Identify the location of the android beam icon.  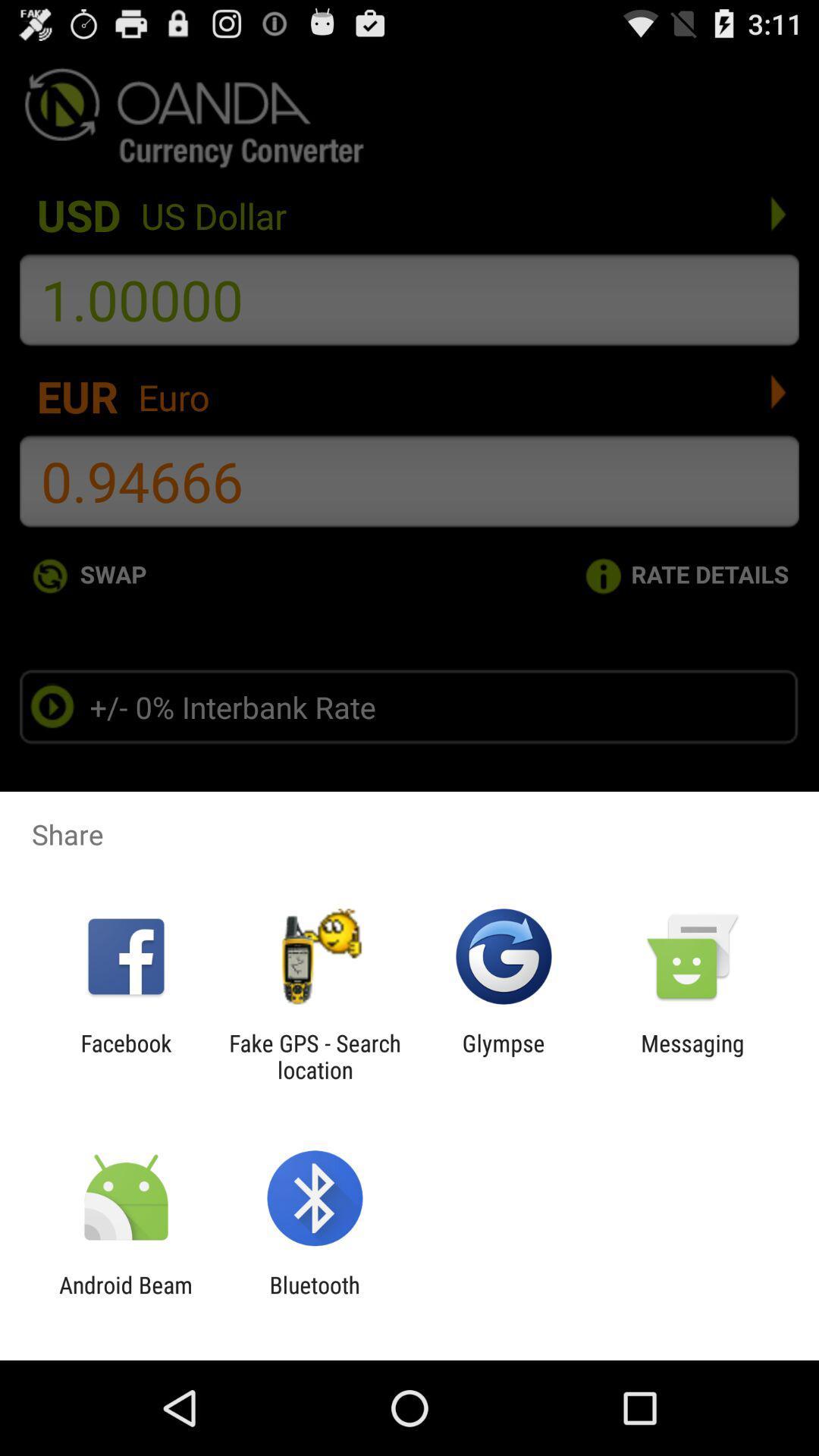
(125, 1298).